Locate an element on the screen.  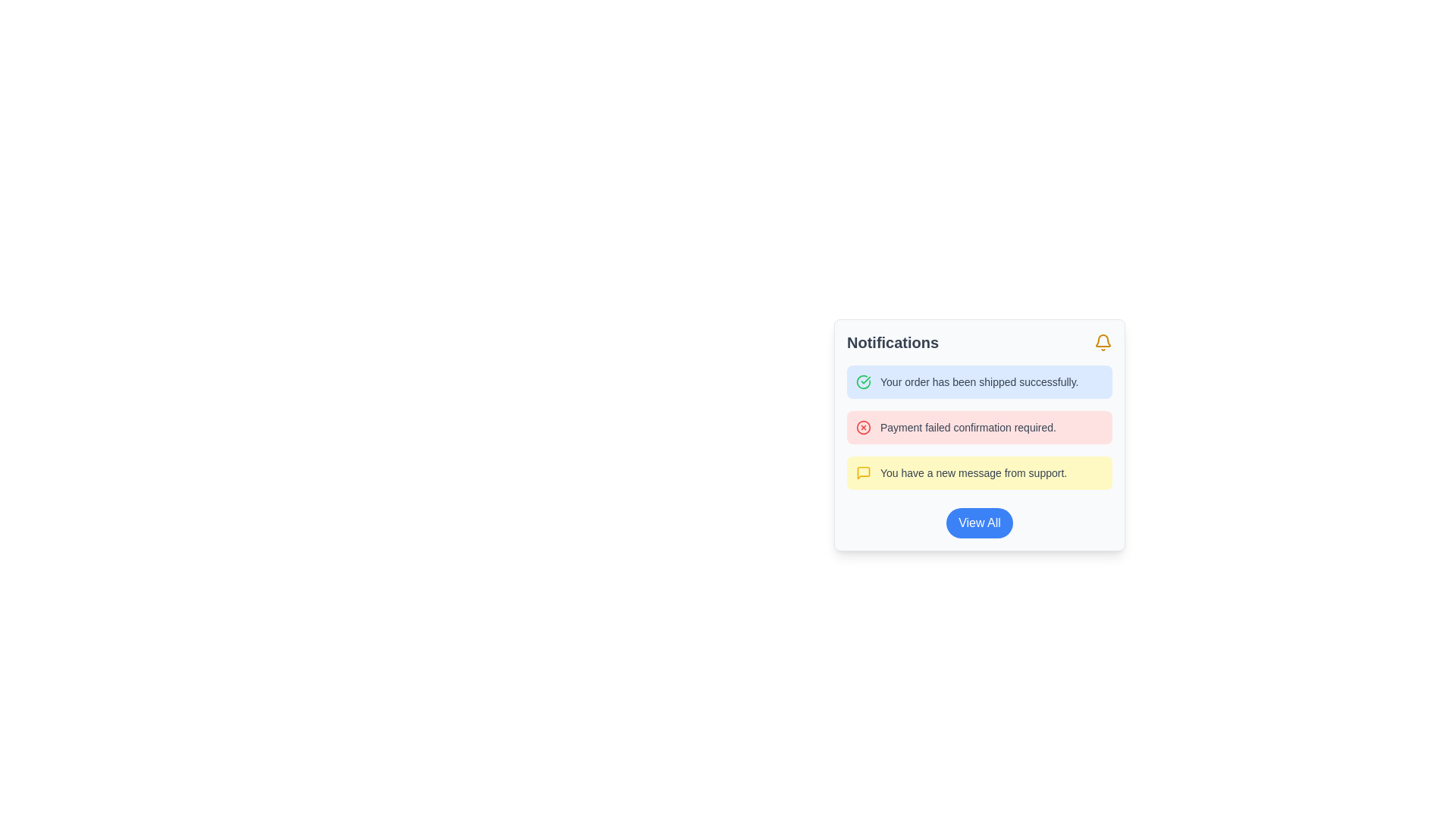
the text label displaying 'Your order has been shipped successfully.' located in a highlighted notification card at the top of the notification list is located at coordinates (979, 381).